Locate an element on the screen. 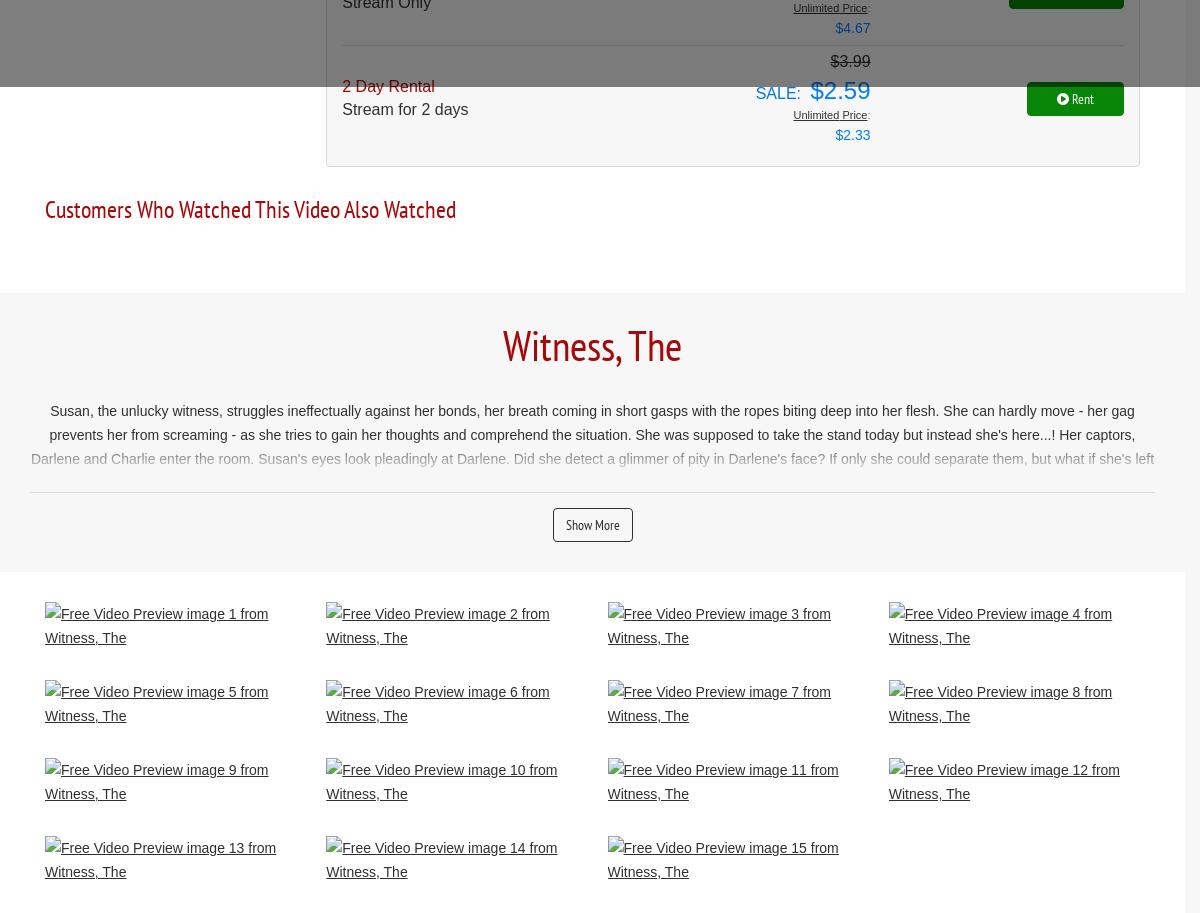  '$4.67' is located at coordinates (851, 27).